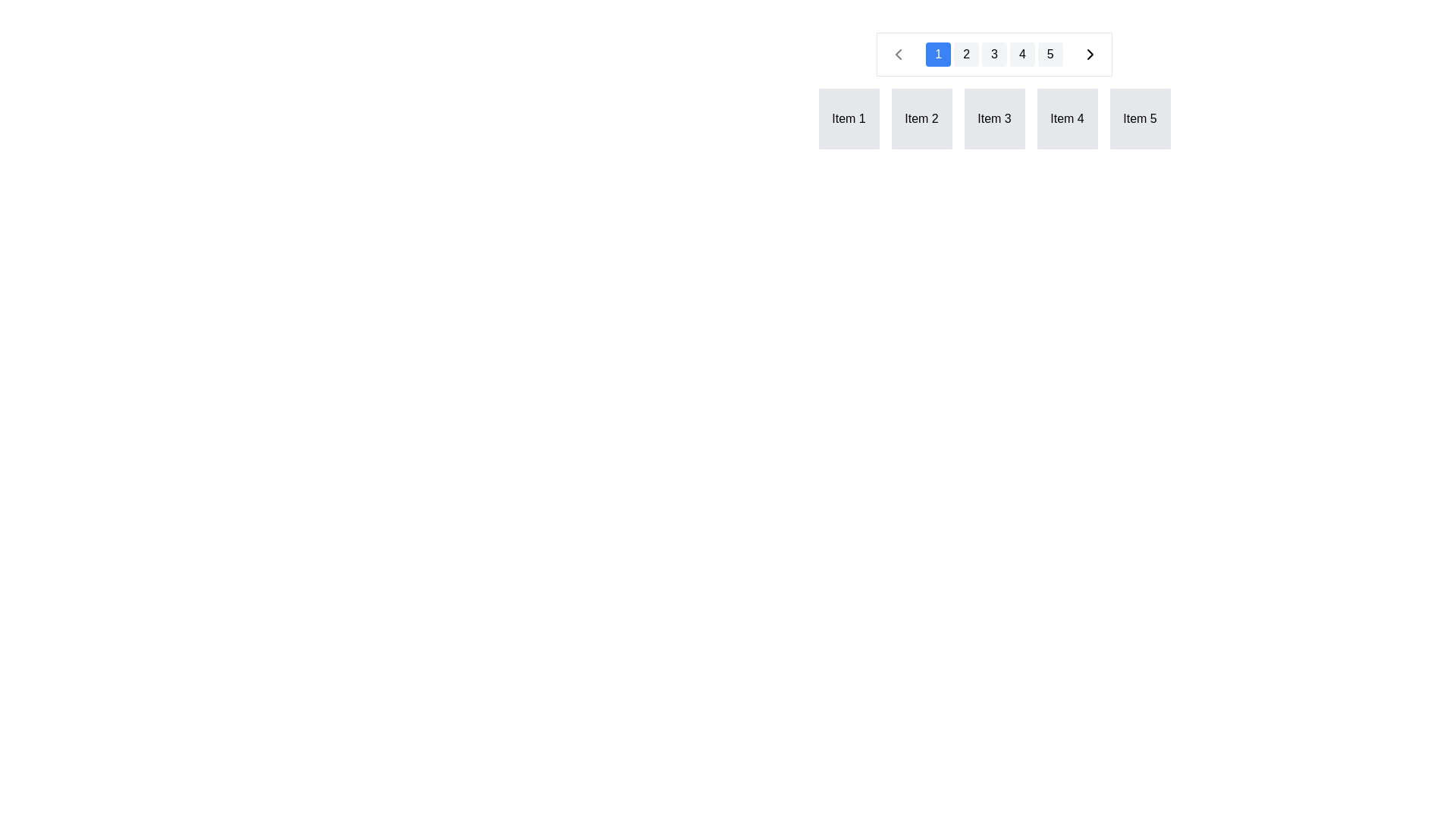 This screenshot has width=1456, height=819. What do you see at coordinates (1050, 54) in the screenshot?
I see `the fifth navigation button located in the top-center of the UI` at bounding box center [1050, 54].